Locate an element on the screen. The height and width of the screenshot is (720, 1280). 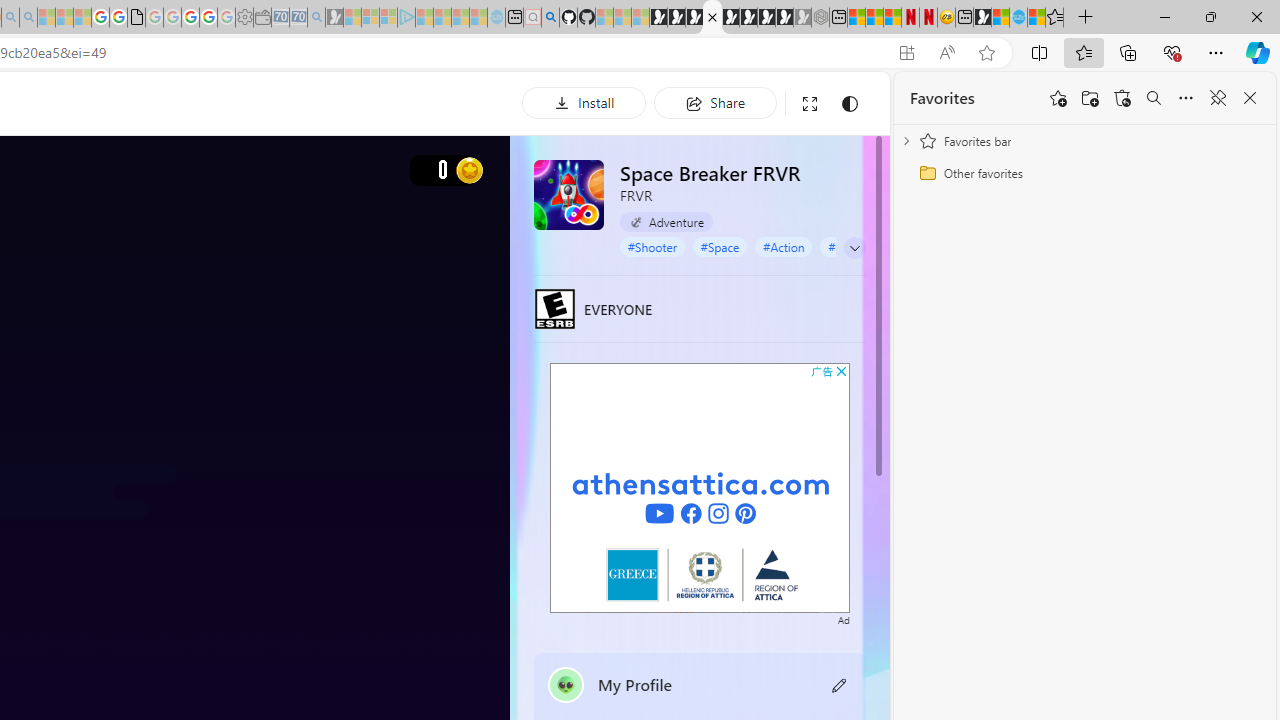
'""' is located at coordinates (564, 684).